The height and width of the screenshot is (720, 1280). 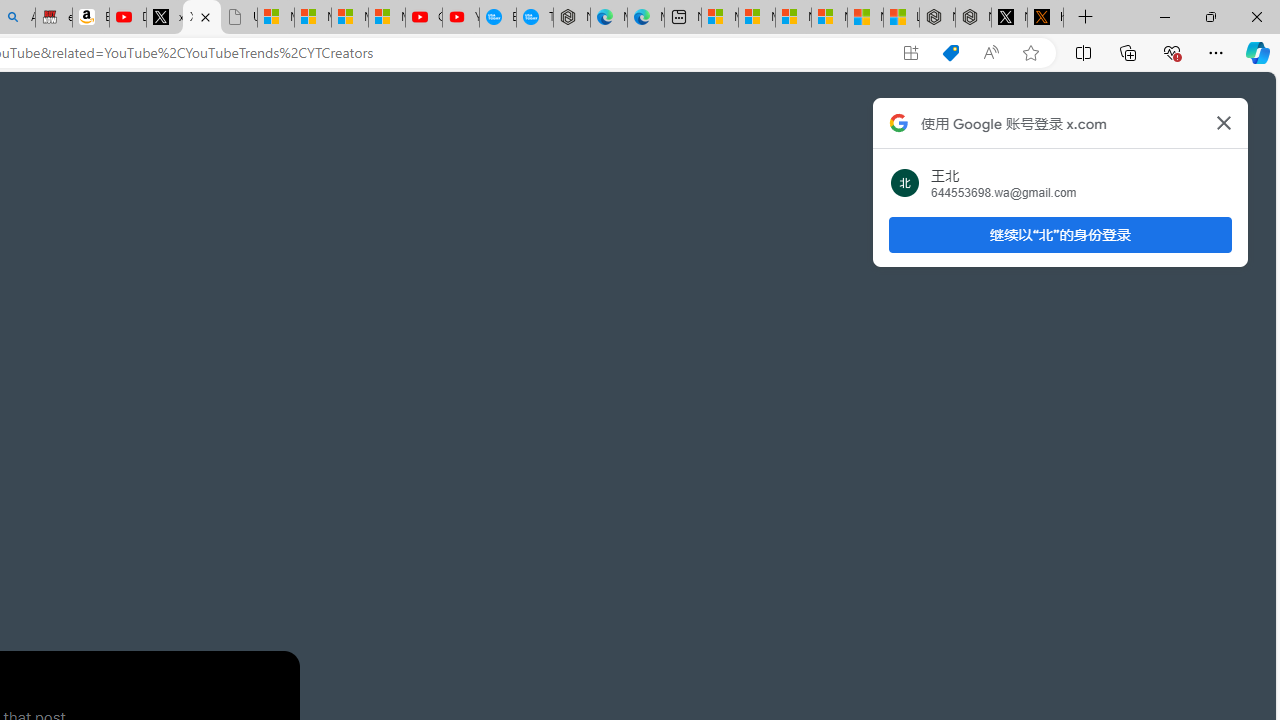 What do you see at coordinates (950, 52) in the screenshot?
I see `'Shopping in Microsoft Edge'` at bounding box center [950, 52].